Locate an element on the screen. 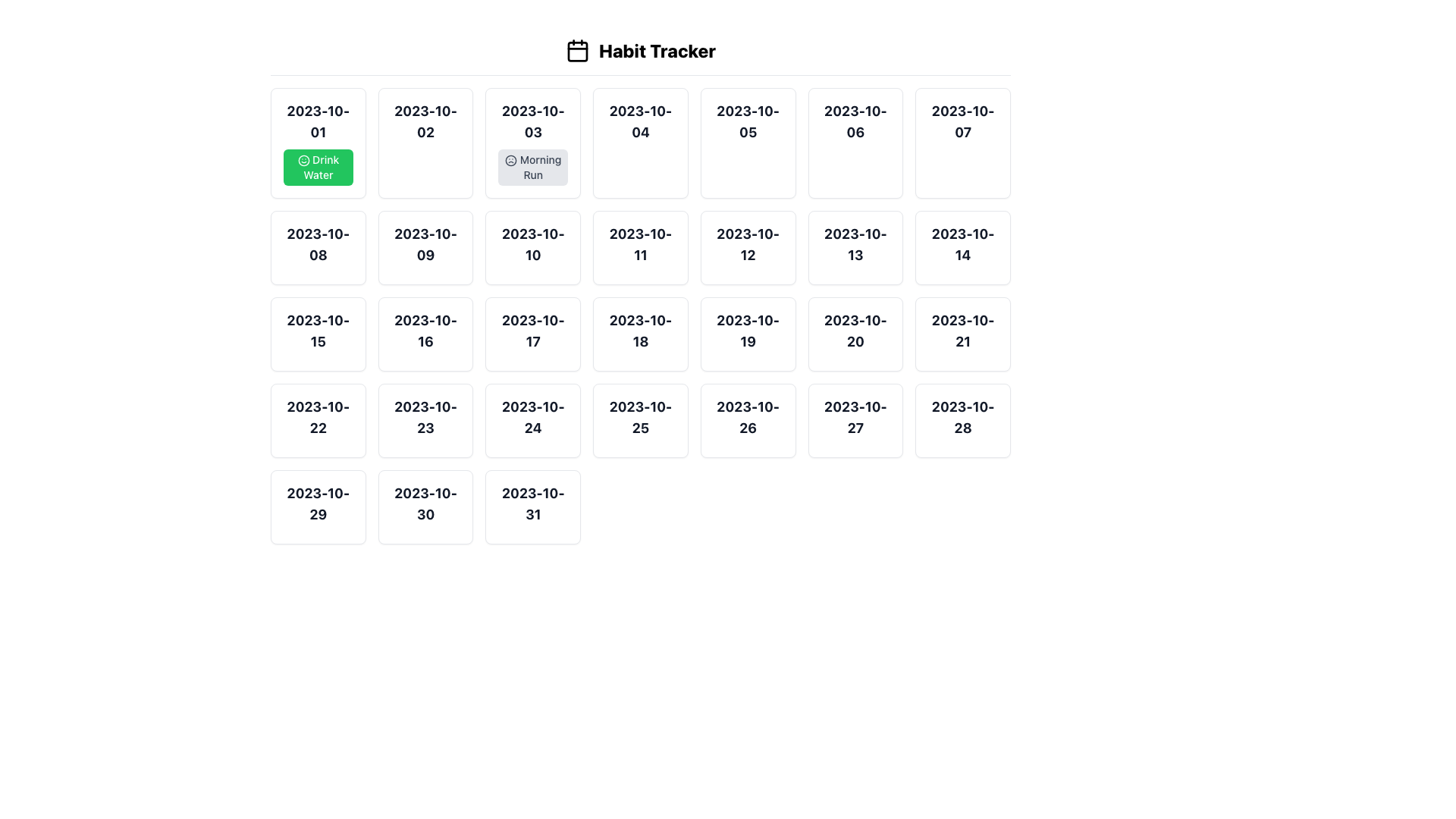  the bold-styled static text element displaying the date '2023-10-09', which is part of a calendar layout and positioned in the second row and third column of the grid is located at coordinates (425, 244).